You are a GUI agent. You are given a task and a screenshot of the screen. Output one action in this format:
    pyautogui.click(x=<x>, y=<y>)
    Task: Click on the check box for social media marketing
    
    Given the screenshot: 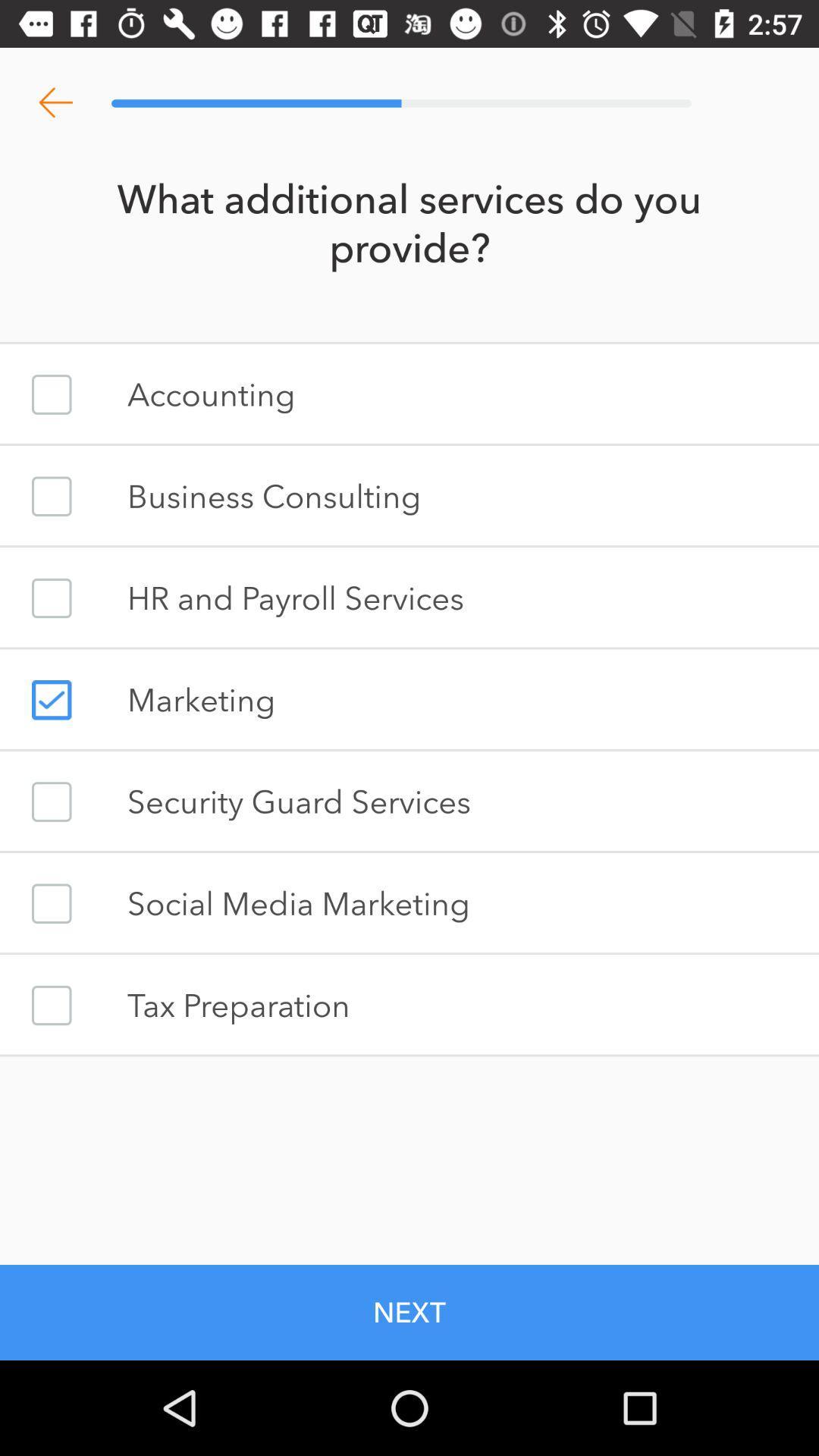 What is the action you would take?
    pyautogui.click(x=51, y=903)
    